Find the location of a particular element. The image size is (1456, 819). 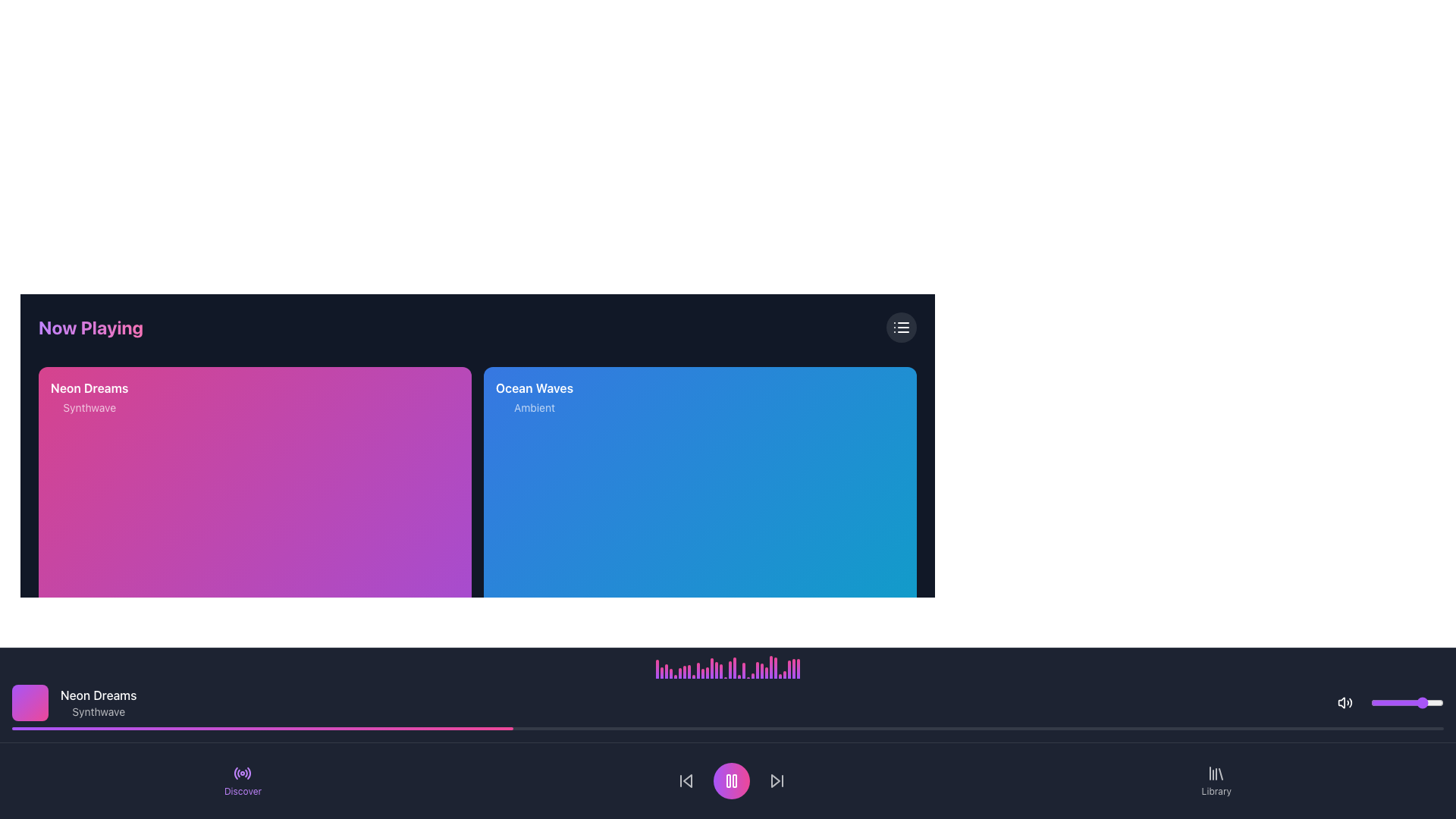

the height changes of the first graphical bar in the audio equalizer, which is centrally located at the bottom of the interface is located at coordinates (657, 667).